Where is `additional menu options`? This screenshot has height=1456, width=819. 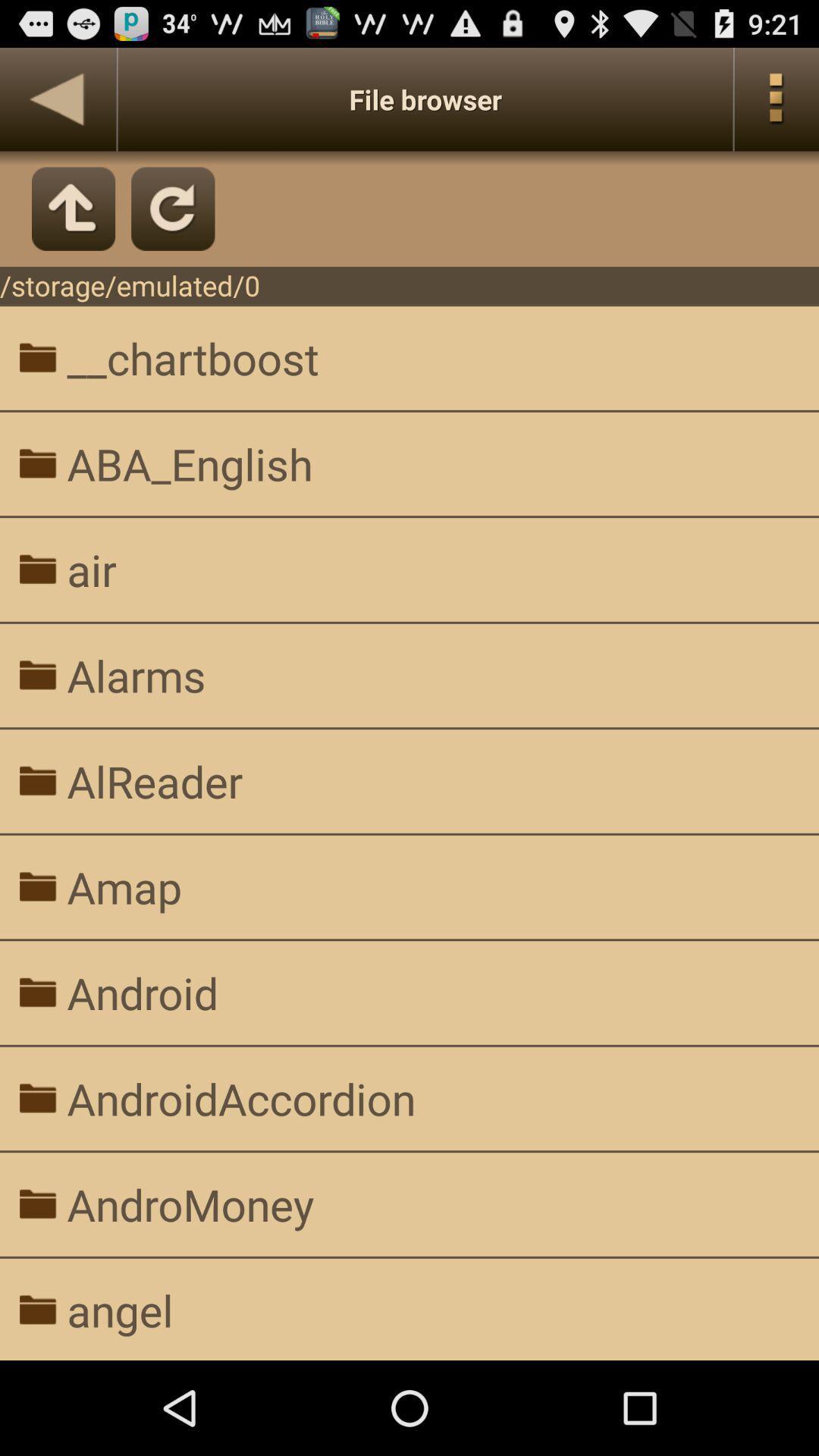
additional menu options is located at coordinates (777, 99).